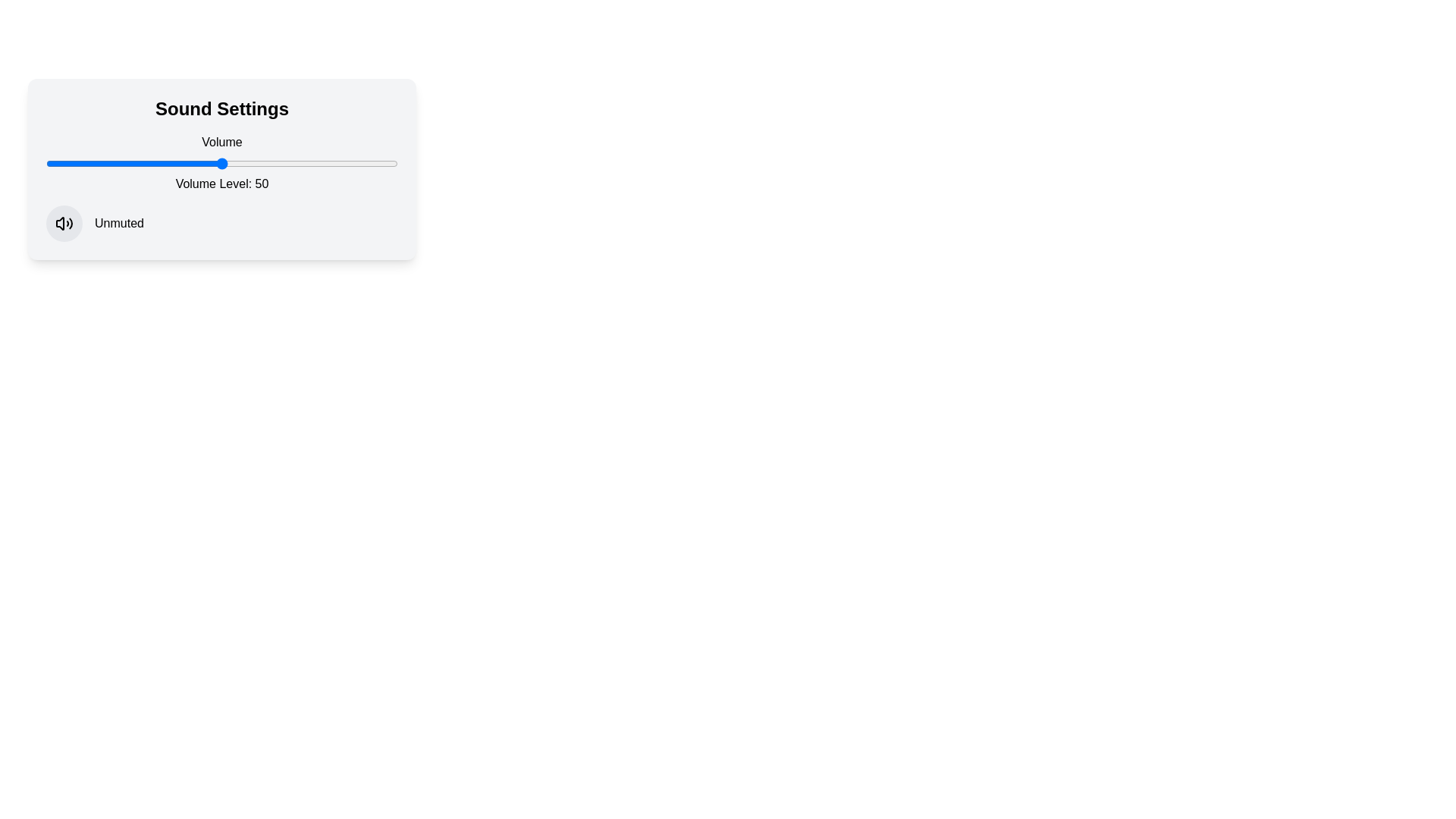  I want to click on the volume, so click(309, 164).